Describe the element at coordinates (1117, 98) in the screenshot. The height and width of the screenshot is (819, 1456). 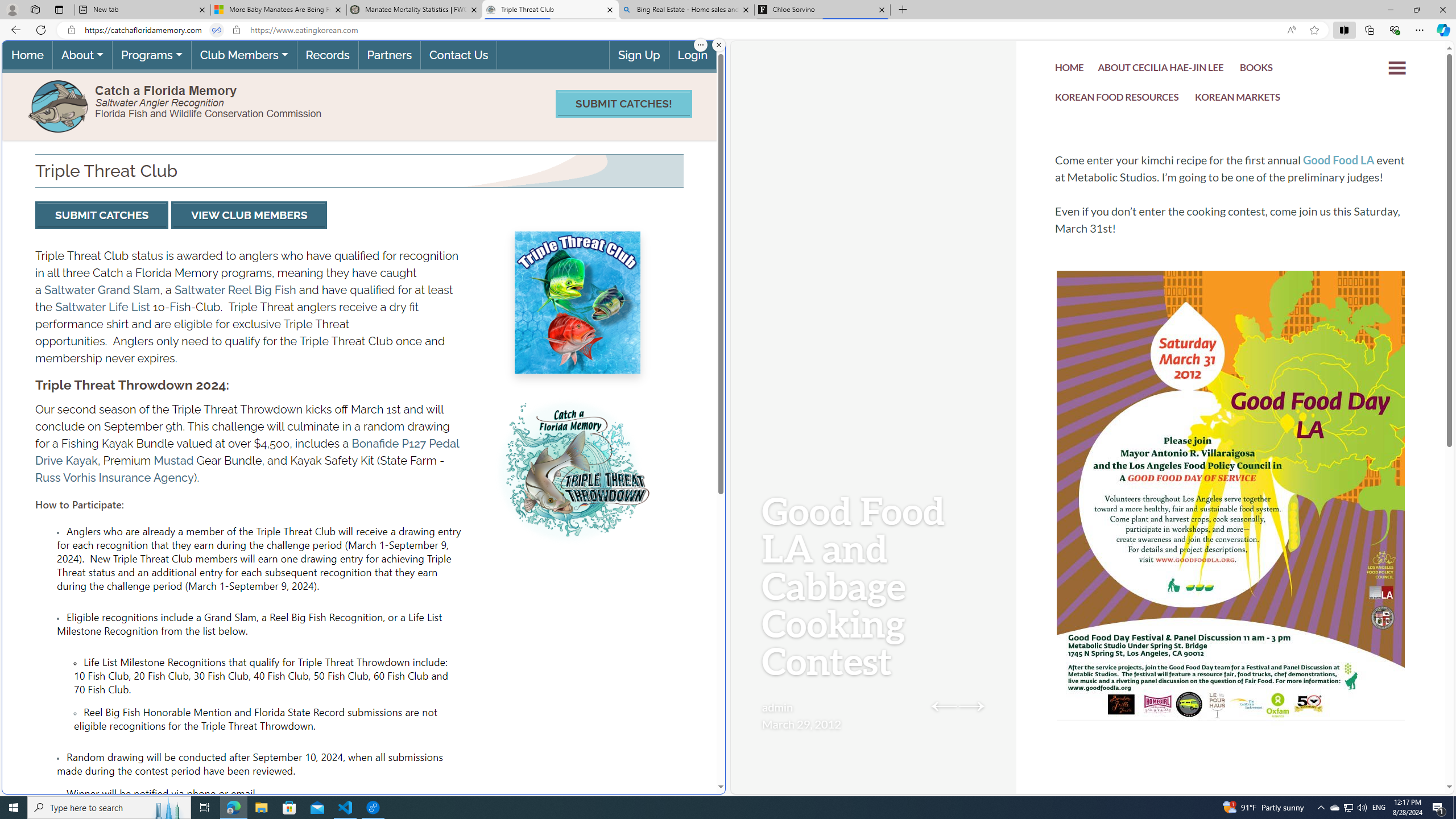
I see `'KOREAN FOOD RESOURCES'` at that location.